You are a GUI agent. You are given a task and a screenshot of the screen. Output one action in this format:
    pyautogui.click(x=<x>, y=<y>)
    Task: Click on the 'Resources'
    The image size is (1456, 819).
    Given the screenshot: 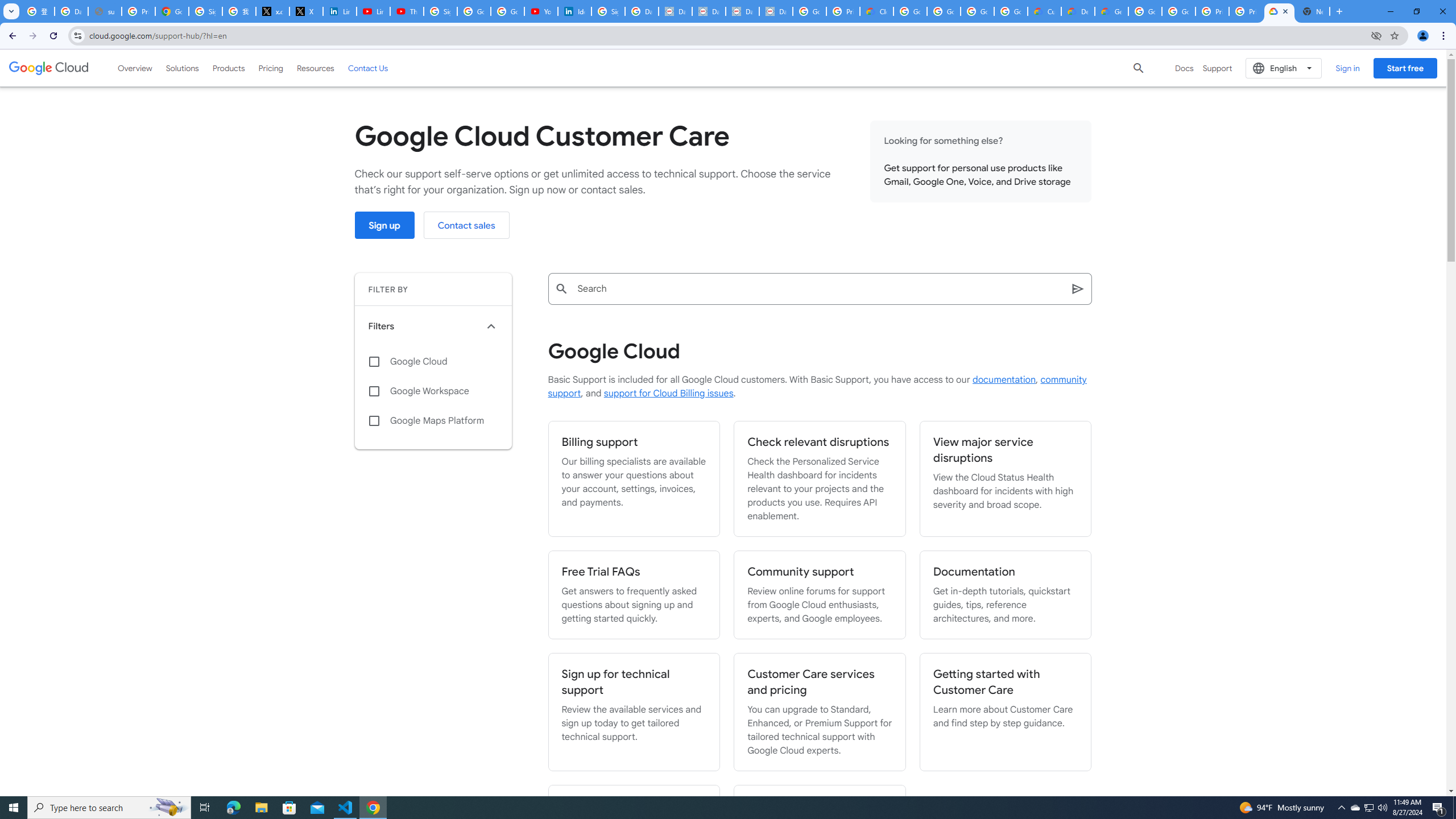 What is the action you would take?
    pyautogui.click(x=315, y=67)
    